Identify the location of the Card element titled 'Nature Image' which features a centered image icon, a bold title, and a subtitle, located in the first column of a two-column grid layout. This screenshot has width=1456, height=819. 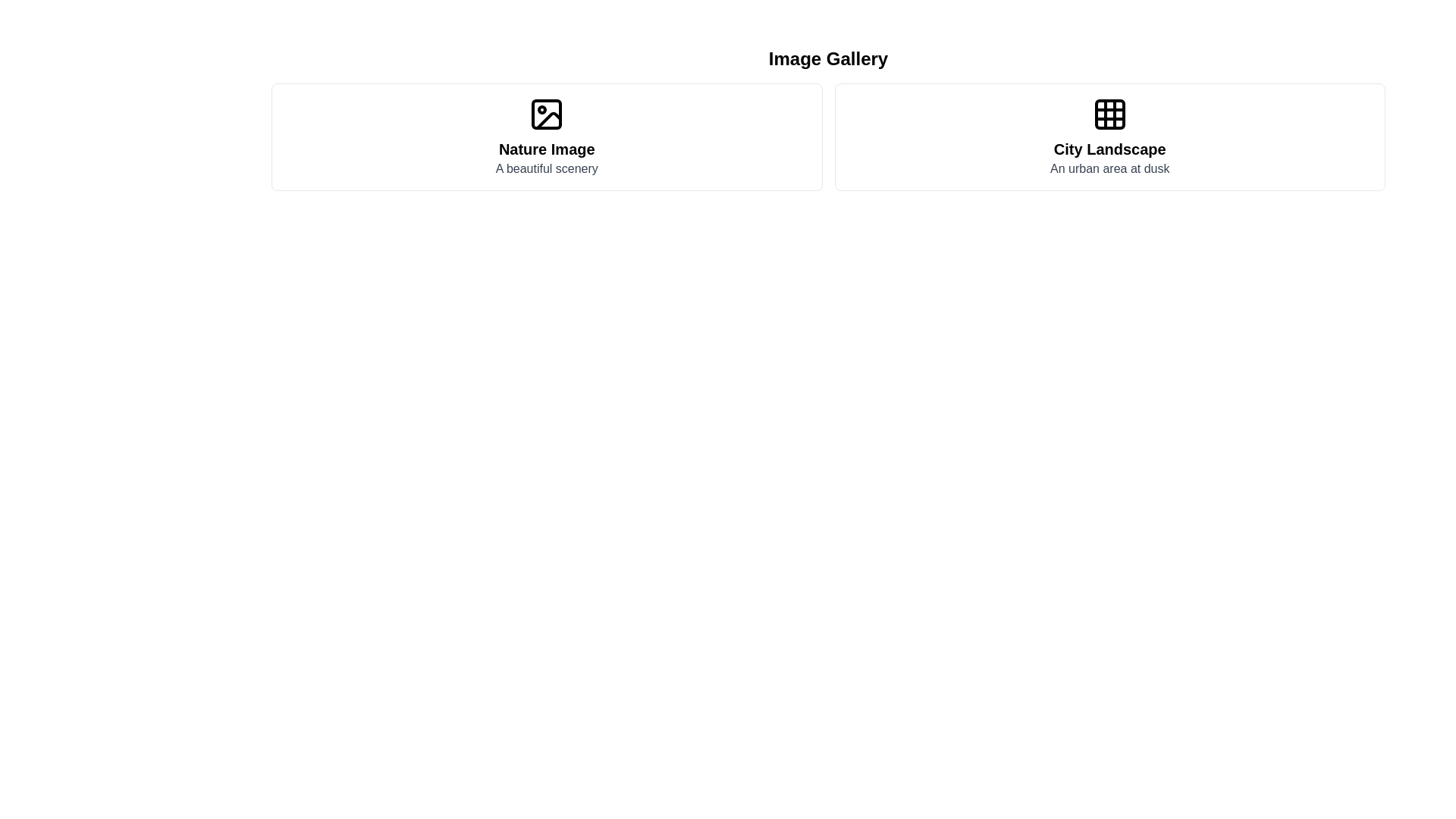
(546, 137).